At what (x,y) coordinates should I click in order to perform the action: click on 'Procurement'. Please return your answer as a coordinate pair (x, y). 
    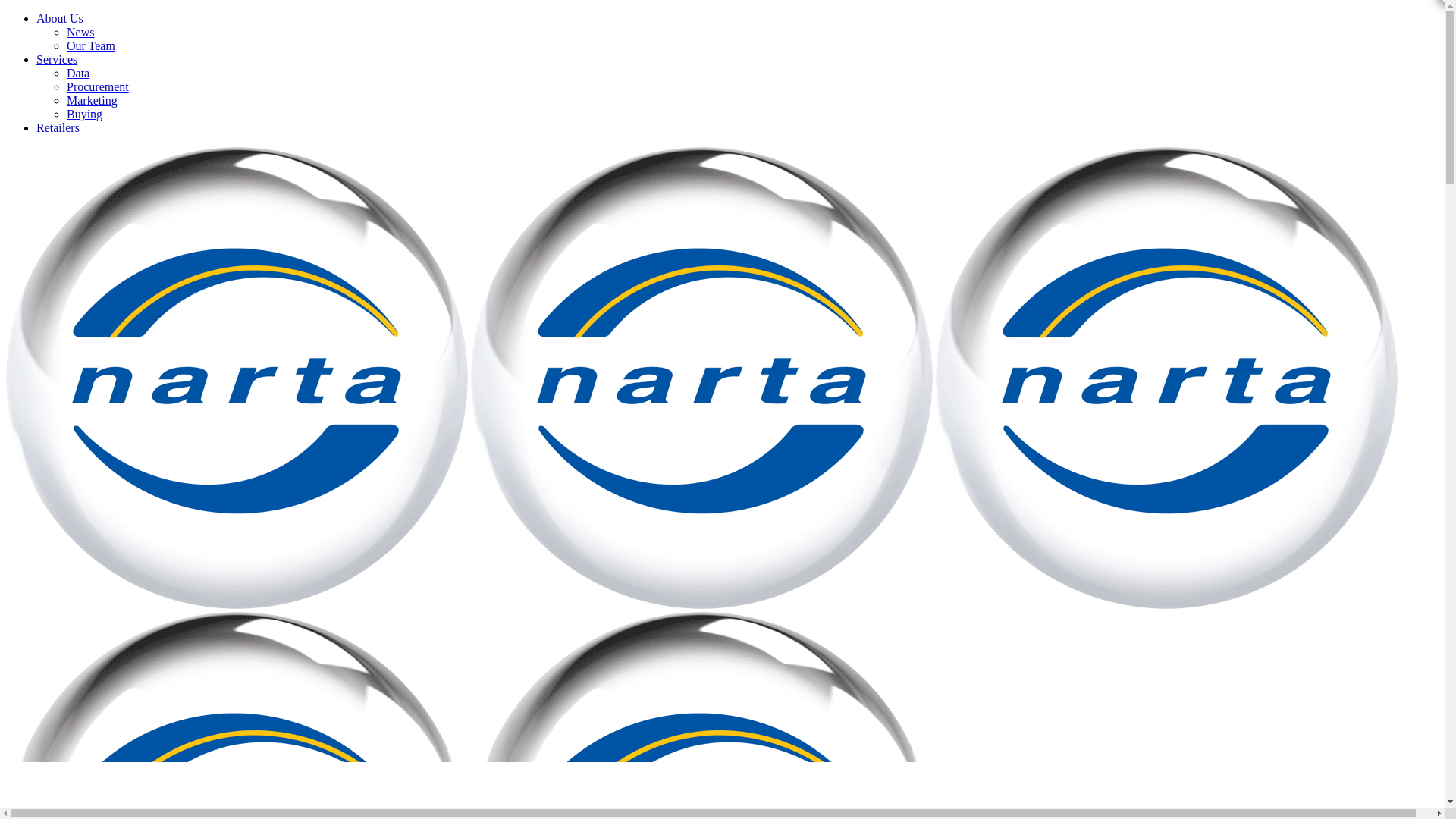
    Looking at the image, I should click on (97, 86).